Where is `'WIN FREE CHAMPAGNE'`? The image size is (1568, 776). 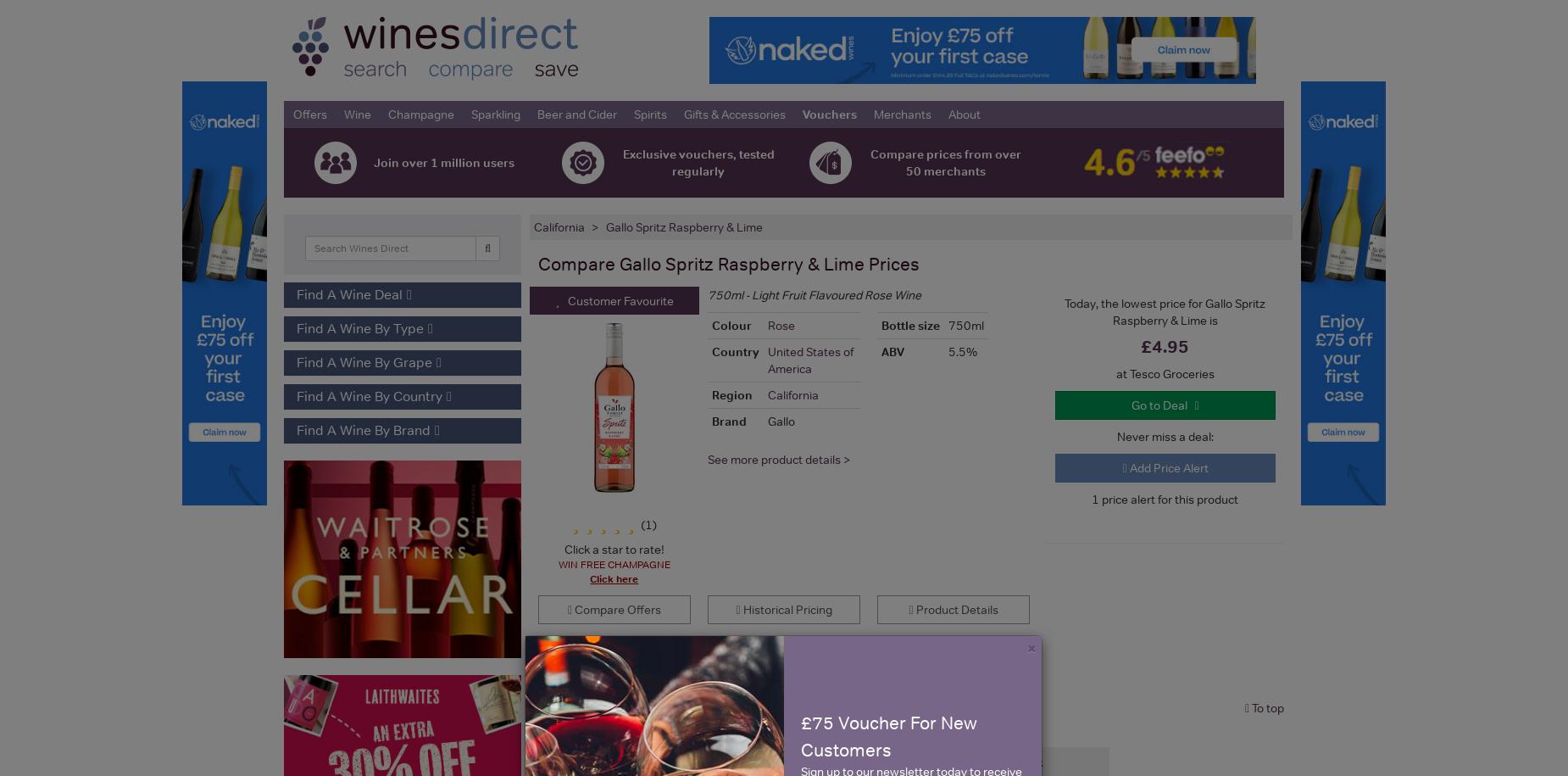
'WIN FREE CHAMPAGNE' is located at coordinates (614, 564).